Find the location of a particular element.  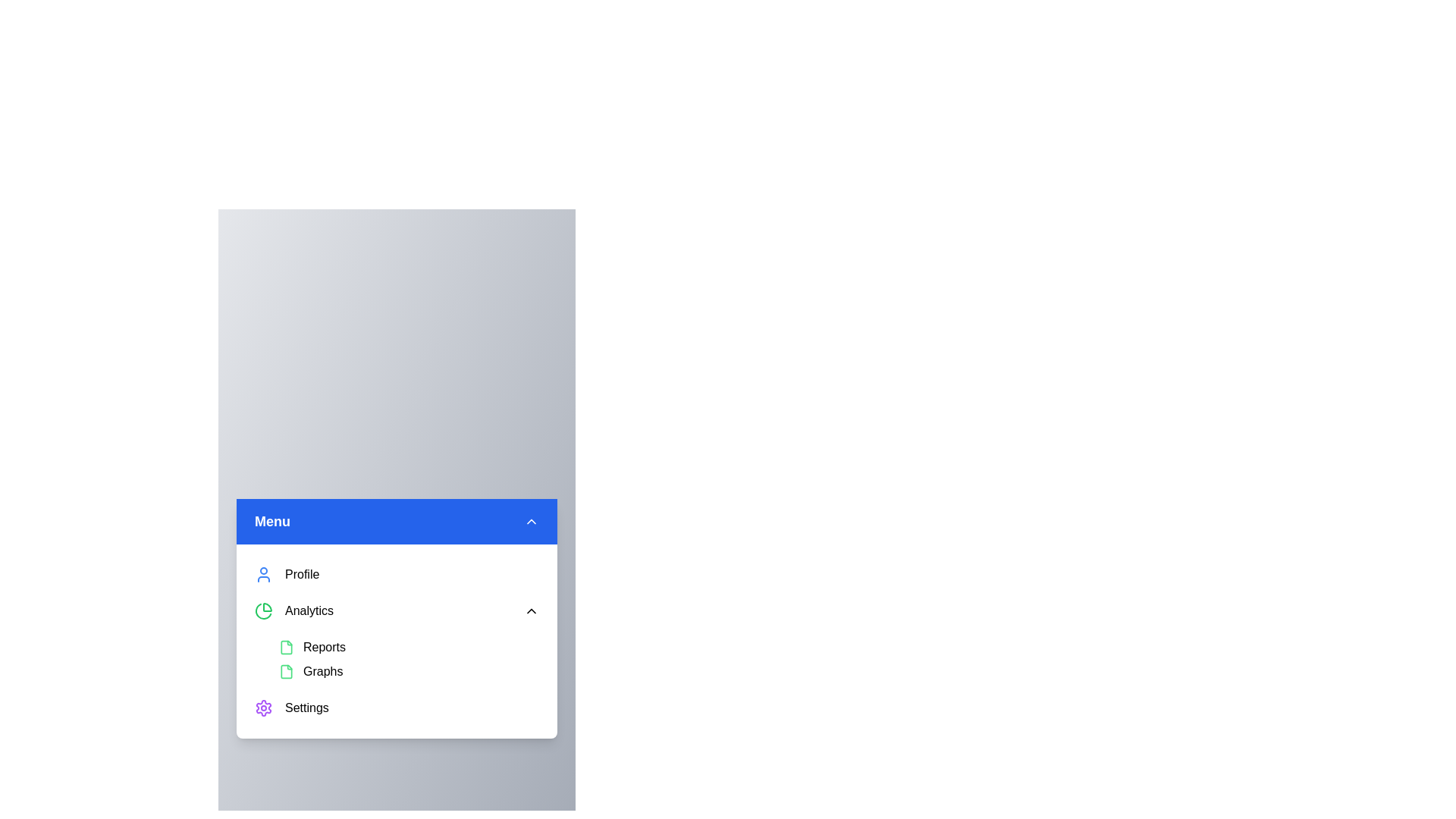

the 'Analytics' text label in the vertical menu is located at coordinates (309, 610).